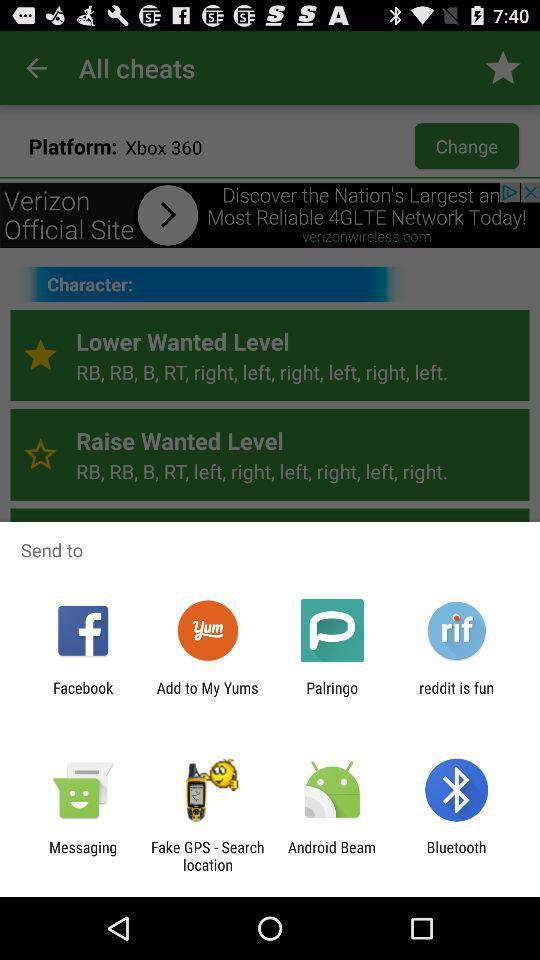 Image resolution: width=540 pixels, height=960 pixels. What do you see at coordinates (332, 855) in the screenshot?
I see `the item to the left of the bluetooth app` at bounding box center [332, 855].